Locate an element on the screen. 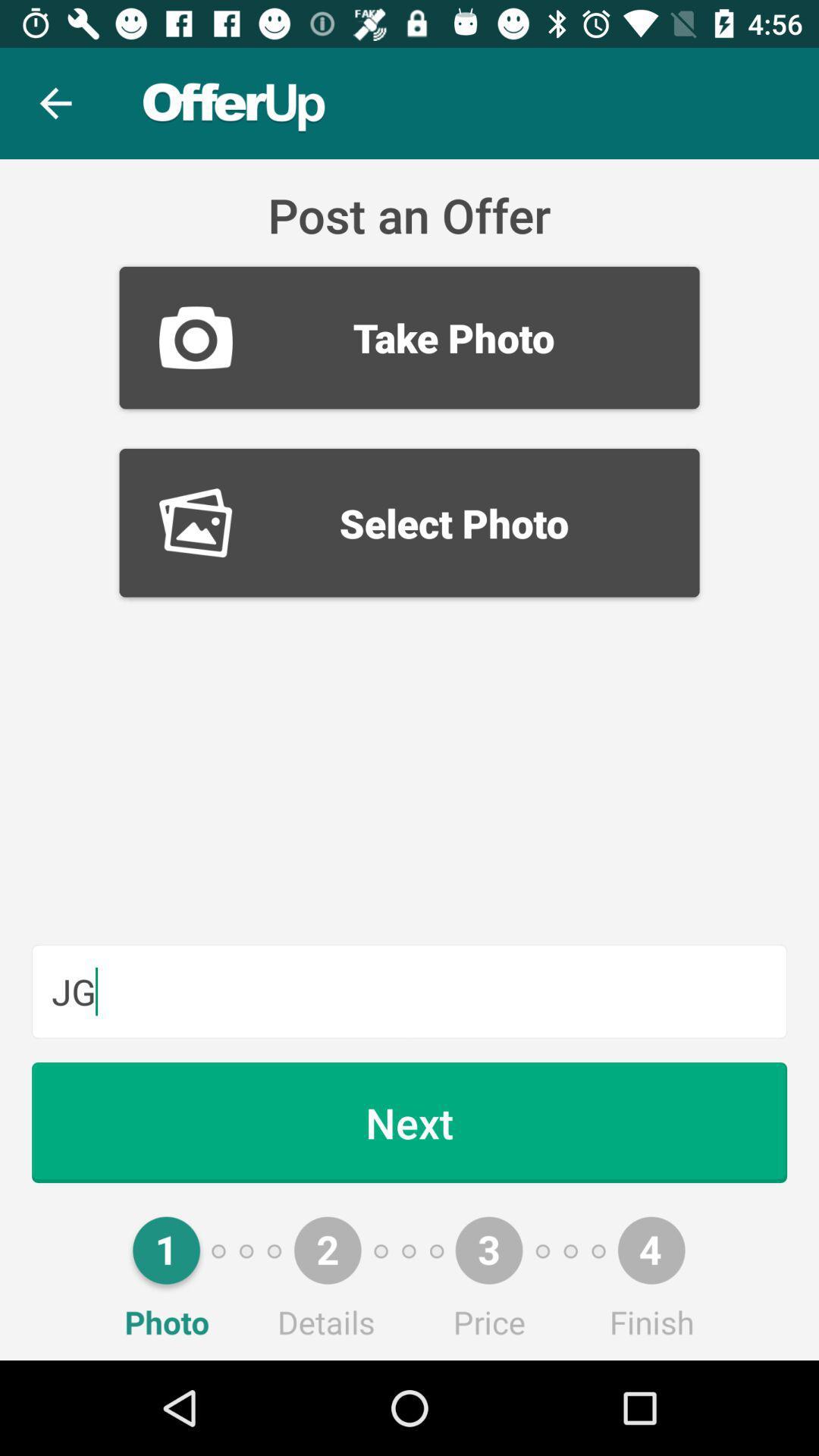  the icon below select photo item is located at coordinates (409, 991).